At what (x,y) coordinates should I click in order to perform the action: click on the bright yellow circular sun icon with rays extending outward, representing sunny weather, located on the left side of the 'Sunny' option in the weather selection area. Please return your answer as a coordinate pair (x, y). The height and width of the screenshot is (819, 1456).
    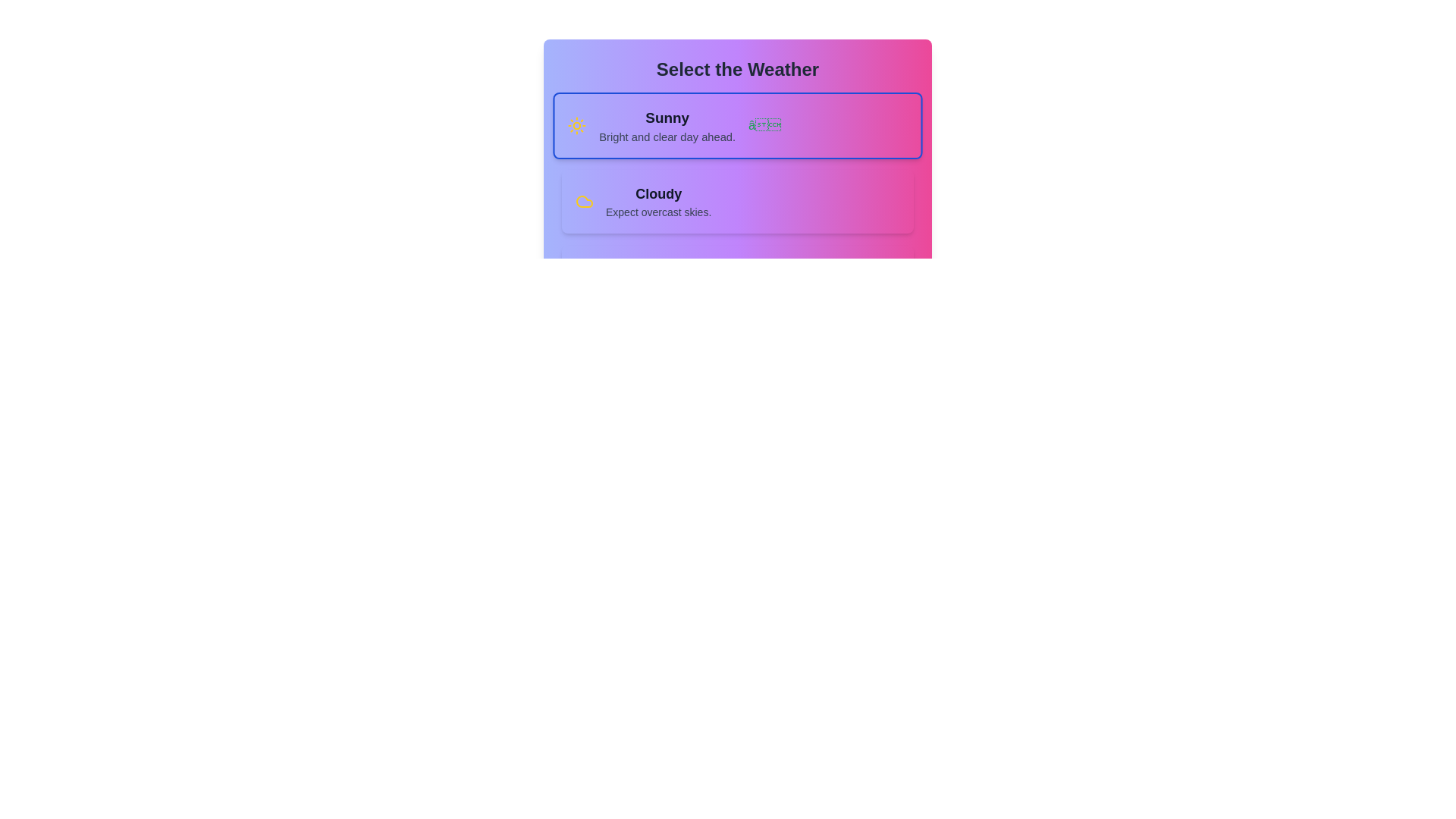
    Looking at the image, I should click on (576, 124).